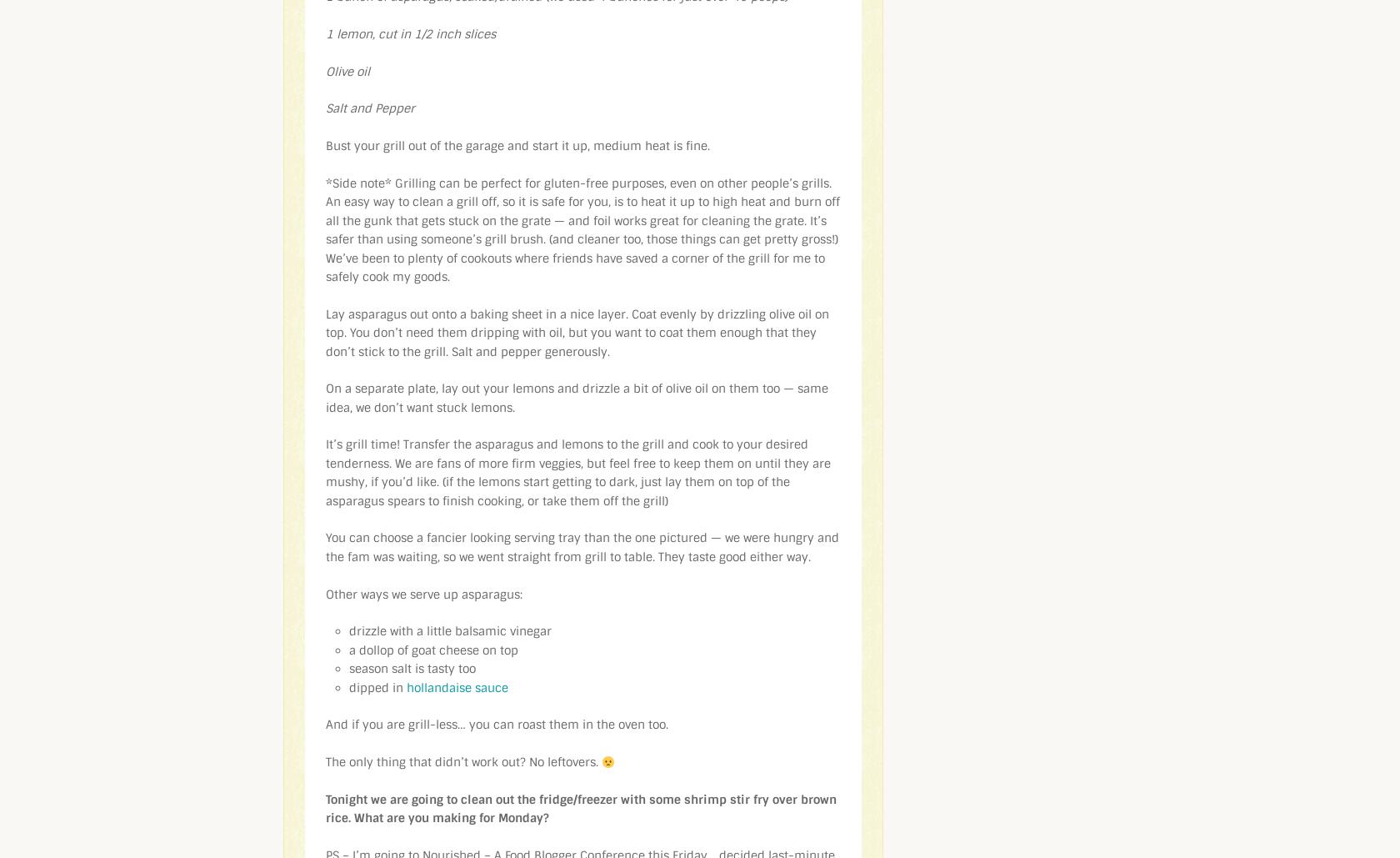 The width and height of the screenshot is (1400, 858). What do you see at coordinates (577, 398) in the screenshot?
I see `'On a separate plate, lay out your lemons and drizzle a bit of olive oil on them too — same idea, we don’t want stuck lemons.'` at bounding box center [577, 398].